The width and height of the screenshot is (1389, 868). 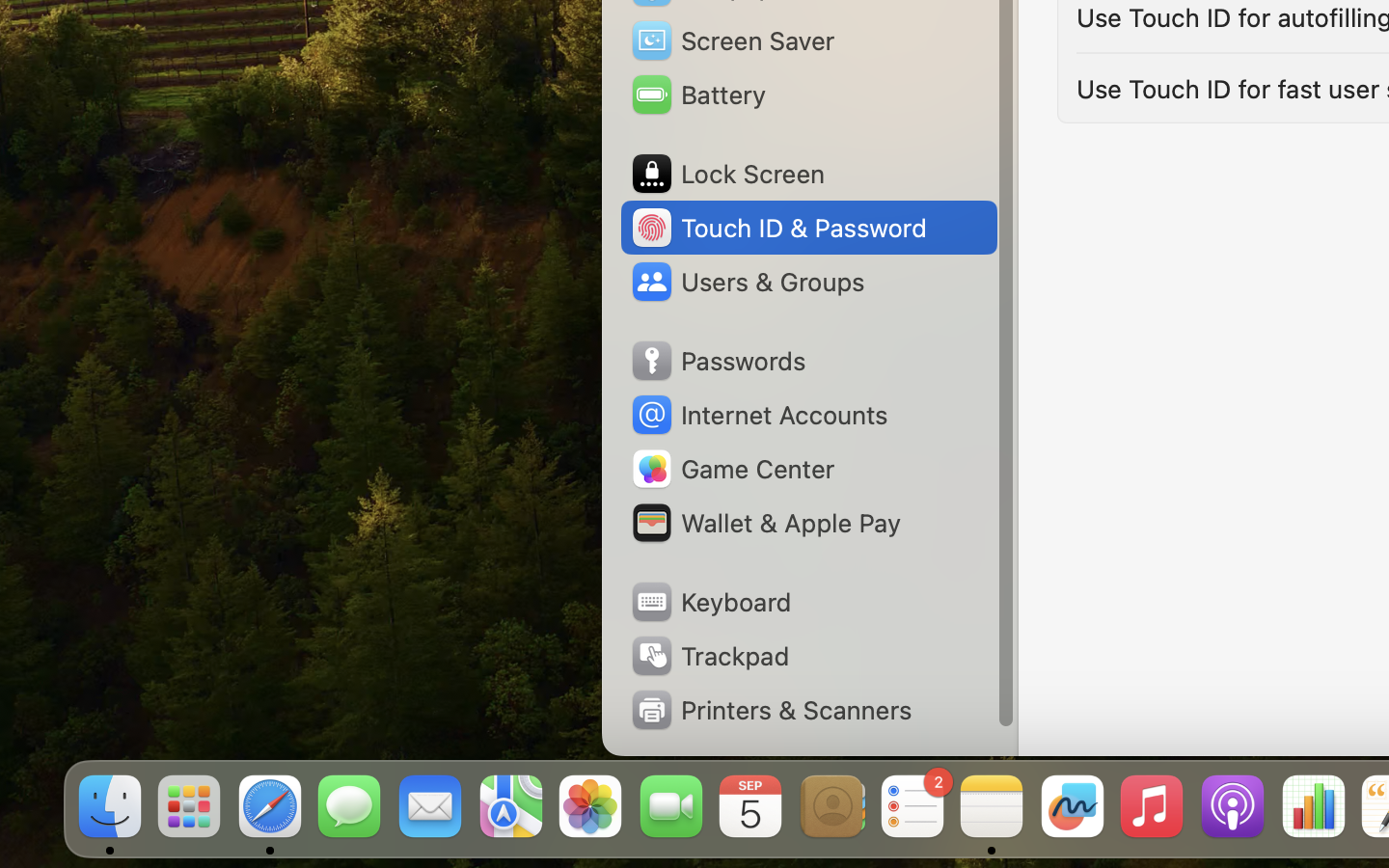 What do you see at coordinates (757, 415) in the screenshot?
I see `'Internet Accounts'` at bounding box center [757, 415].